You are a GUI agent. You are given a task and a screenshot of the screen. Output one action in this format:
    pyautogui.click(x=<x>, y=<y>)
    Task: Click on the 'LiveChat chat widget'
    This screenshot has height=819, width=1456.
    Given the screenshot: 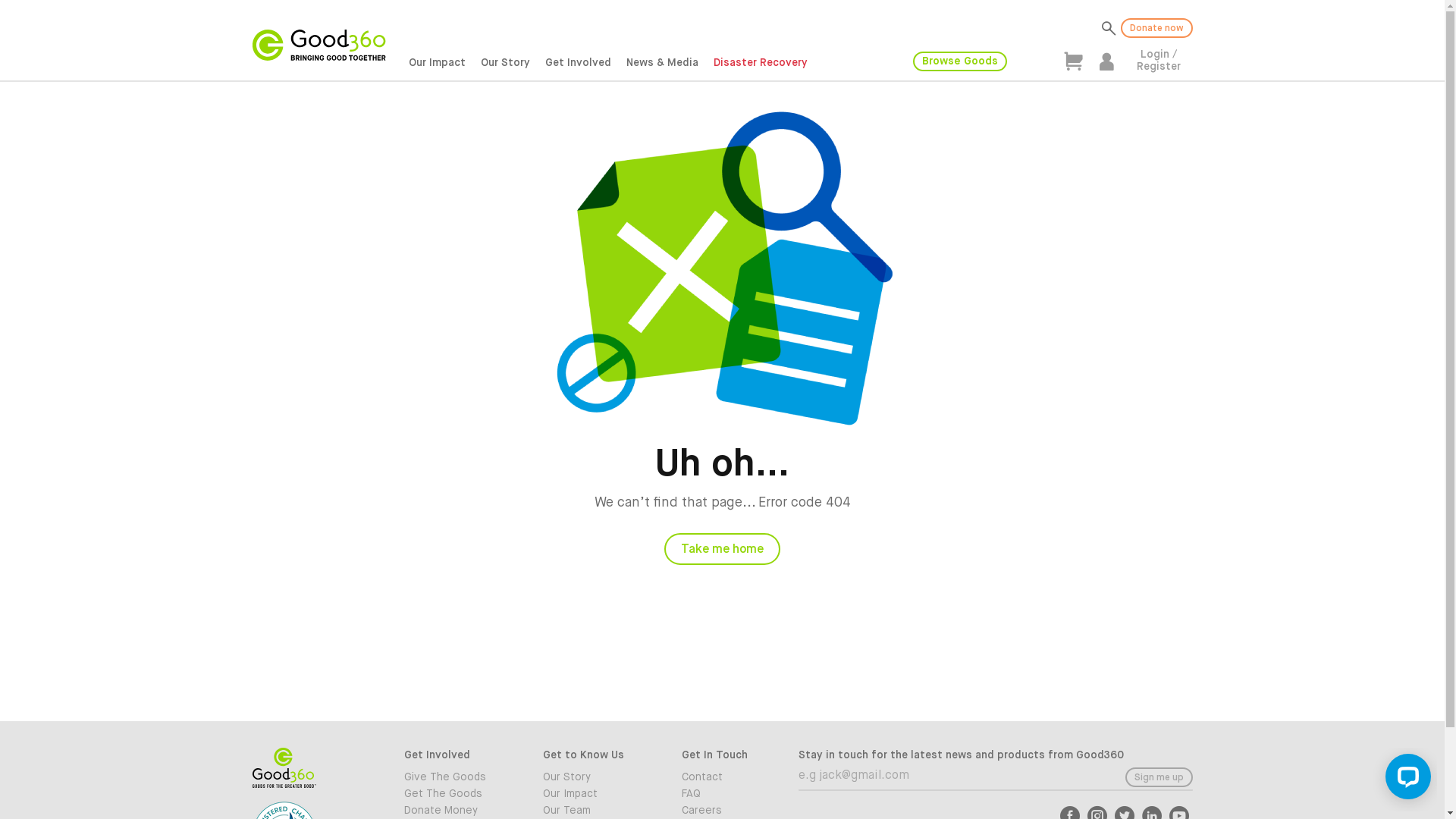 What is the action you would take?
    pyautogui.click(x=1404, y=780)
    